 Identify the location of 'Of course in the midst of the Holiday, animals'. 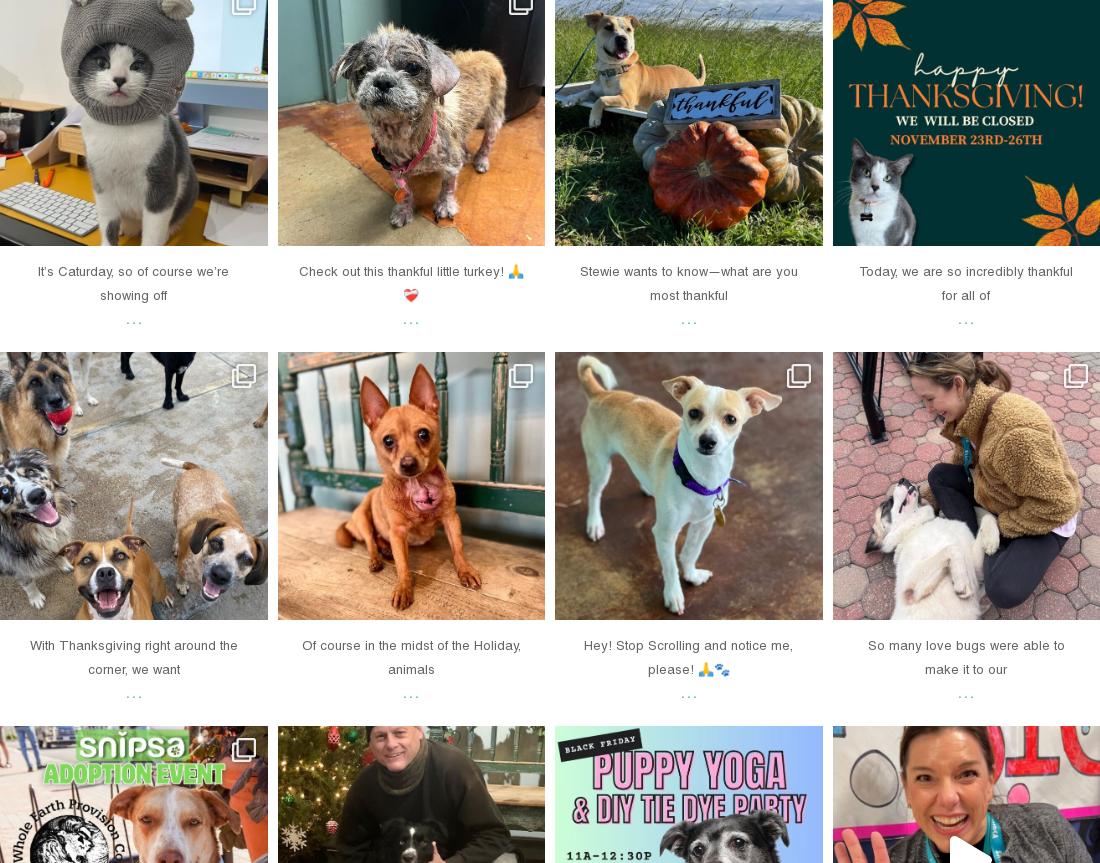
(410, 655).